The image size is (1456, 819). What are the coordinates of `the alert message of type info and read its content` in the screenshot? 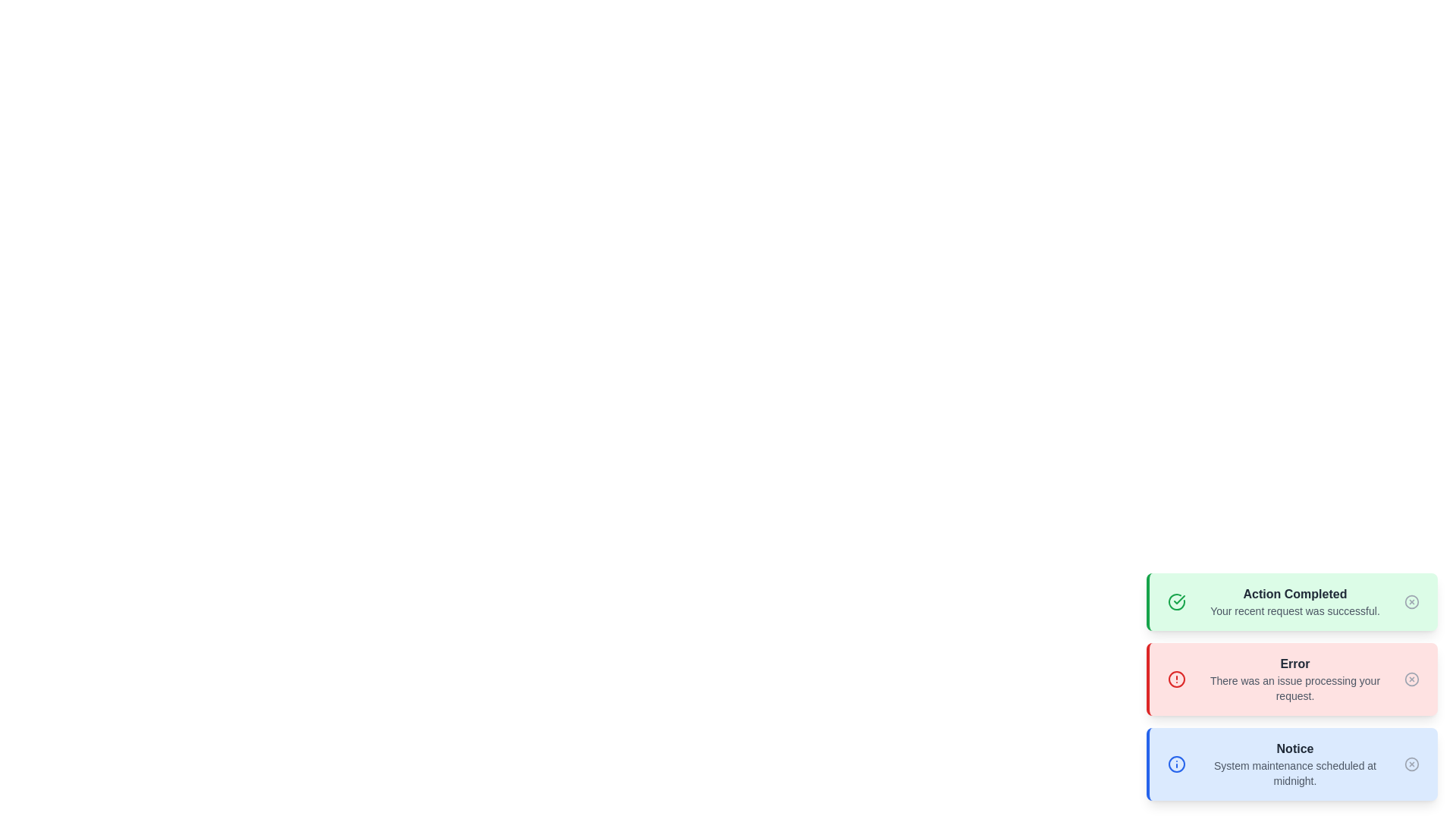 It's located at (1291, 764).